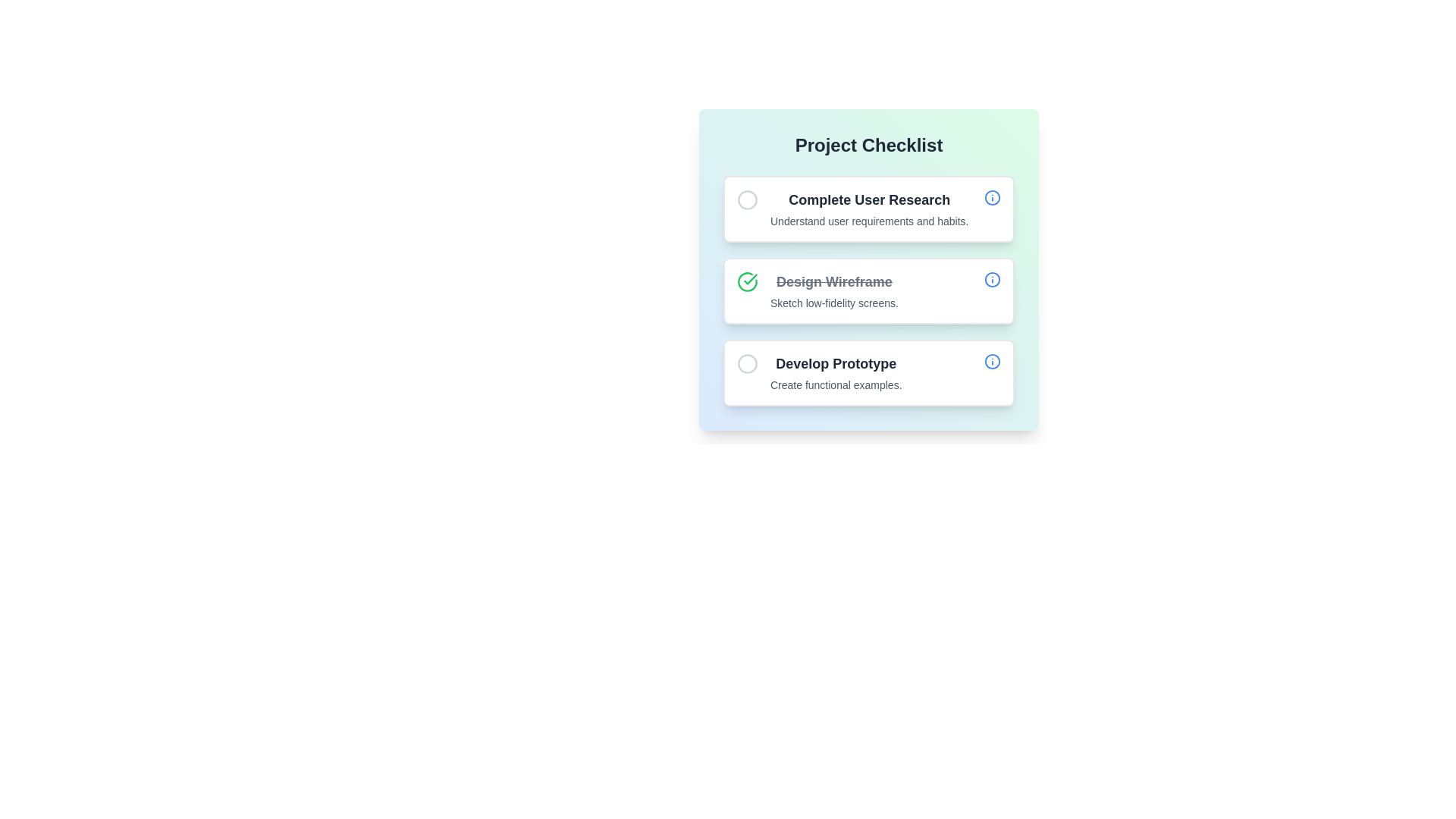  I want to click on the visual changes of the light gray outlined circle located within the third item of the 'Develop Prototype' vertical list, so click(747, 363).